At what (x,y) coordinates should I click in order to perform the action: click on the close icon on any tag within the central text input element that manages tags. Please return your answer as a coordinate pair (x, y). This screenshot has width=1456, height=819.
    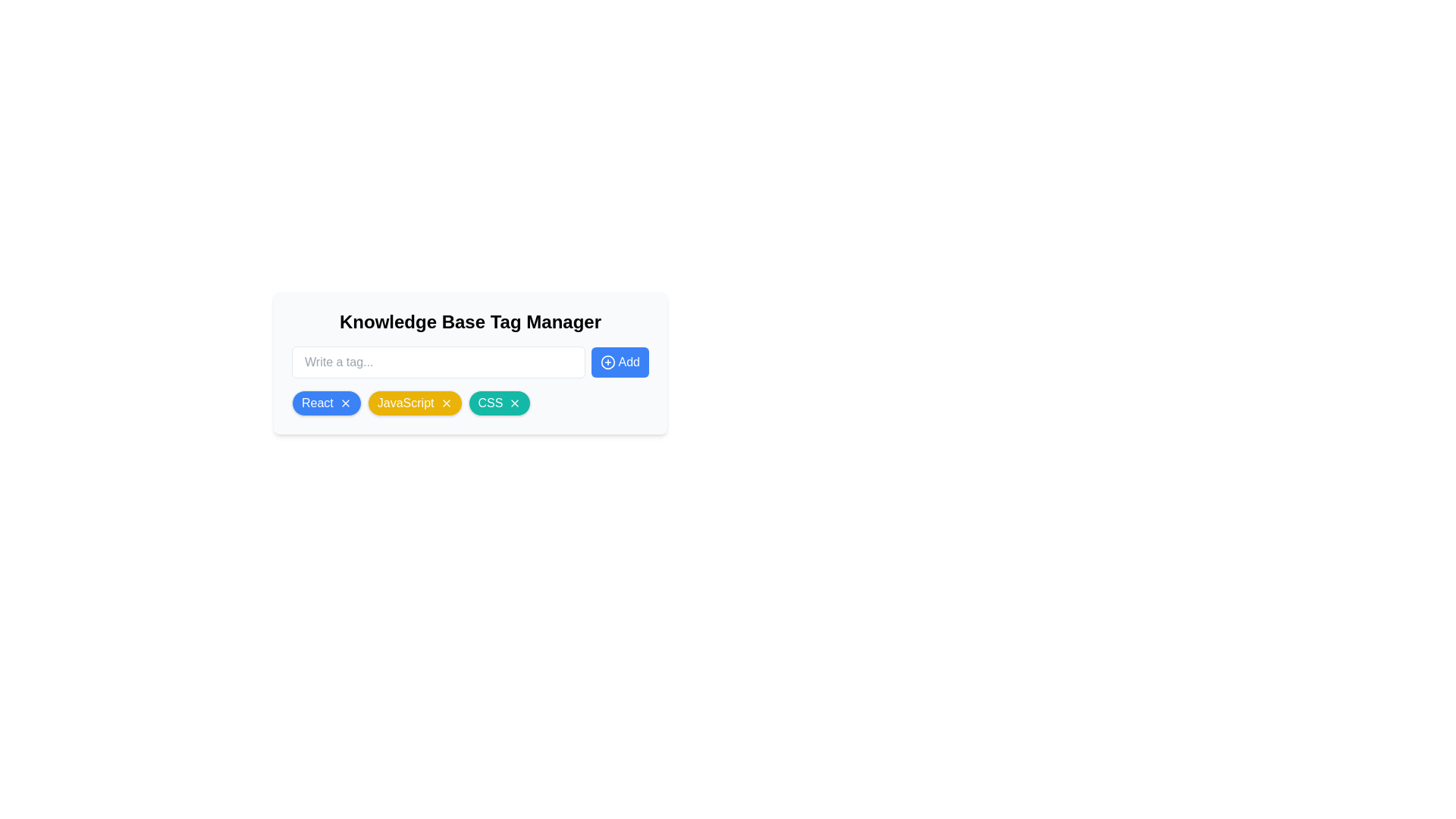
    Looking at the image, I should click on (469, 423).